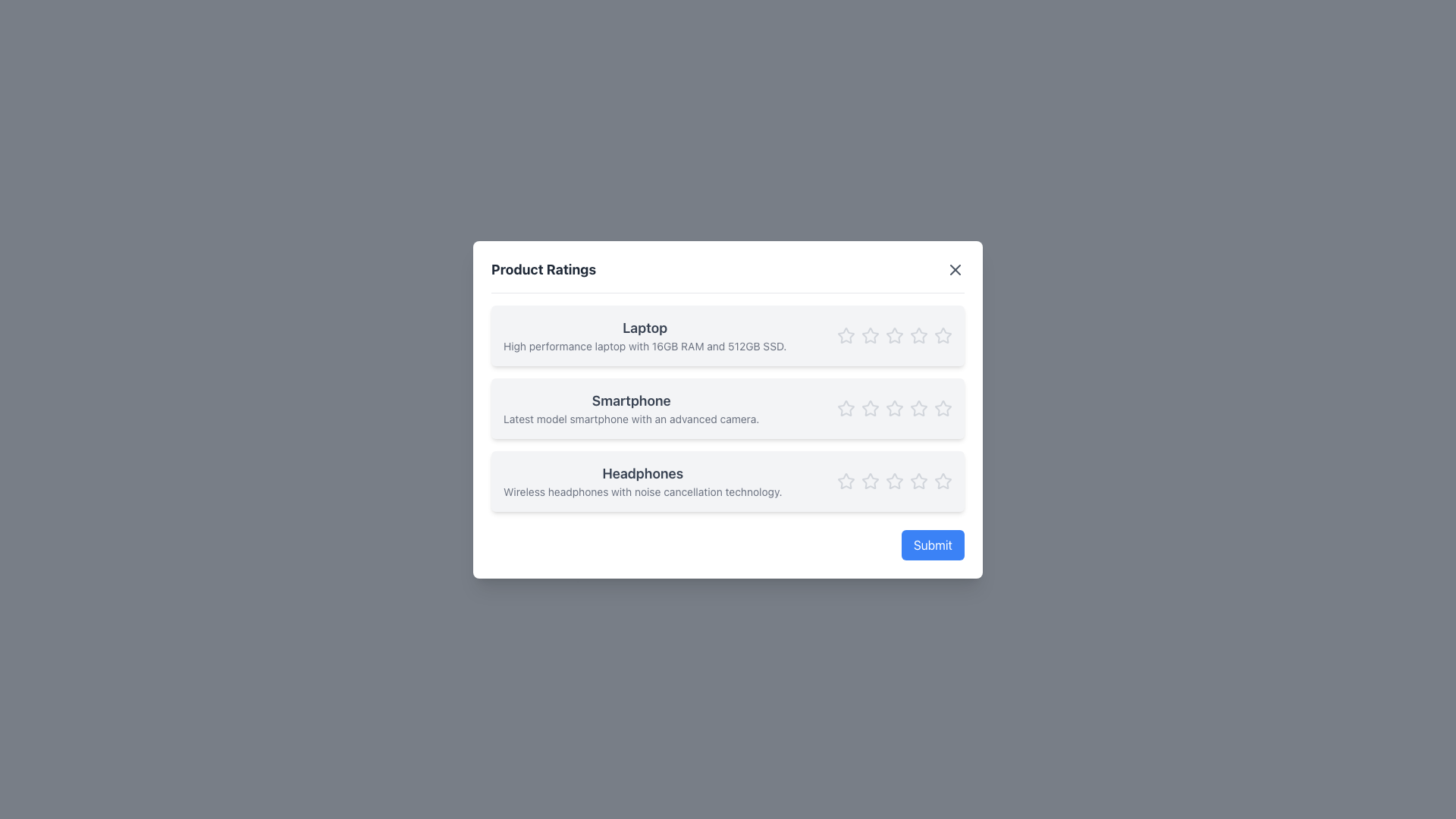 The width and height of the screenshot is (1456, 819). I want to click on the fifth Rating Star Icon in the Headphones section, so click(895, 481).